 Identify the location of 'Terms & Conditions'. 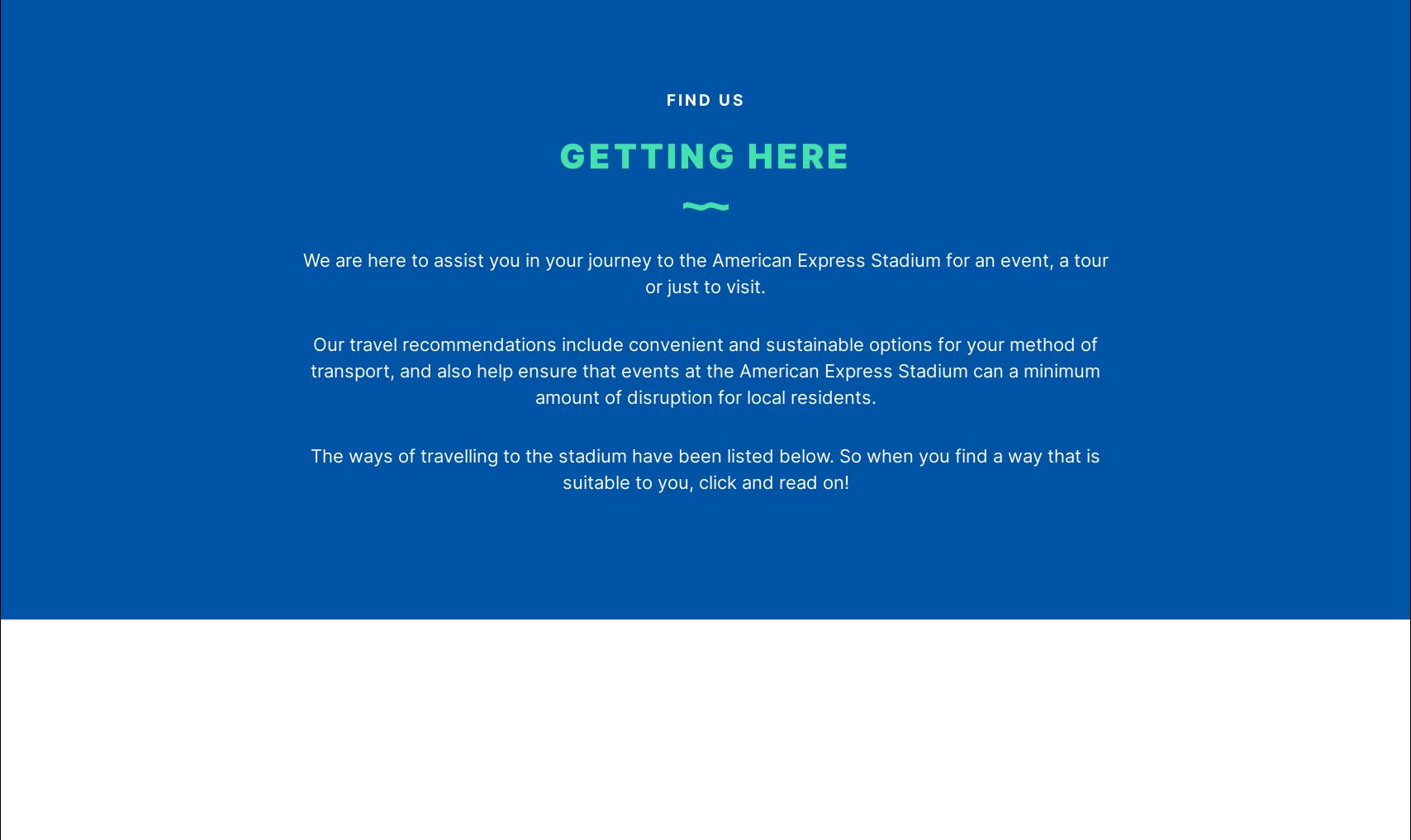
(645, 174).